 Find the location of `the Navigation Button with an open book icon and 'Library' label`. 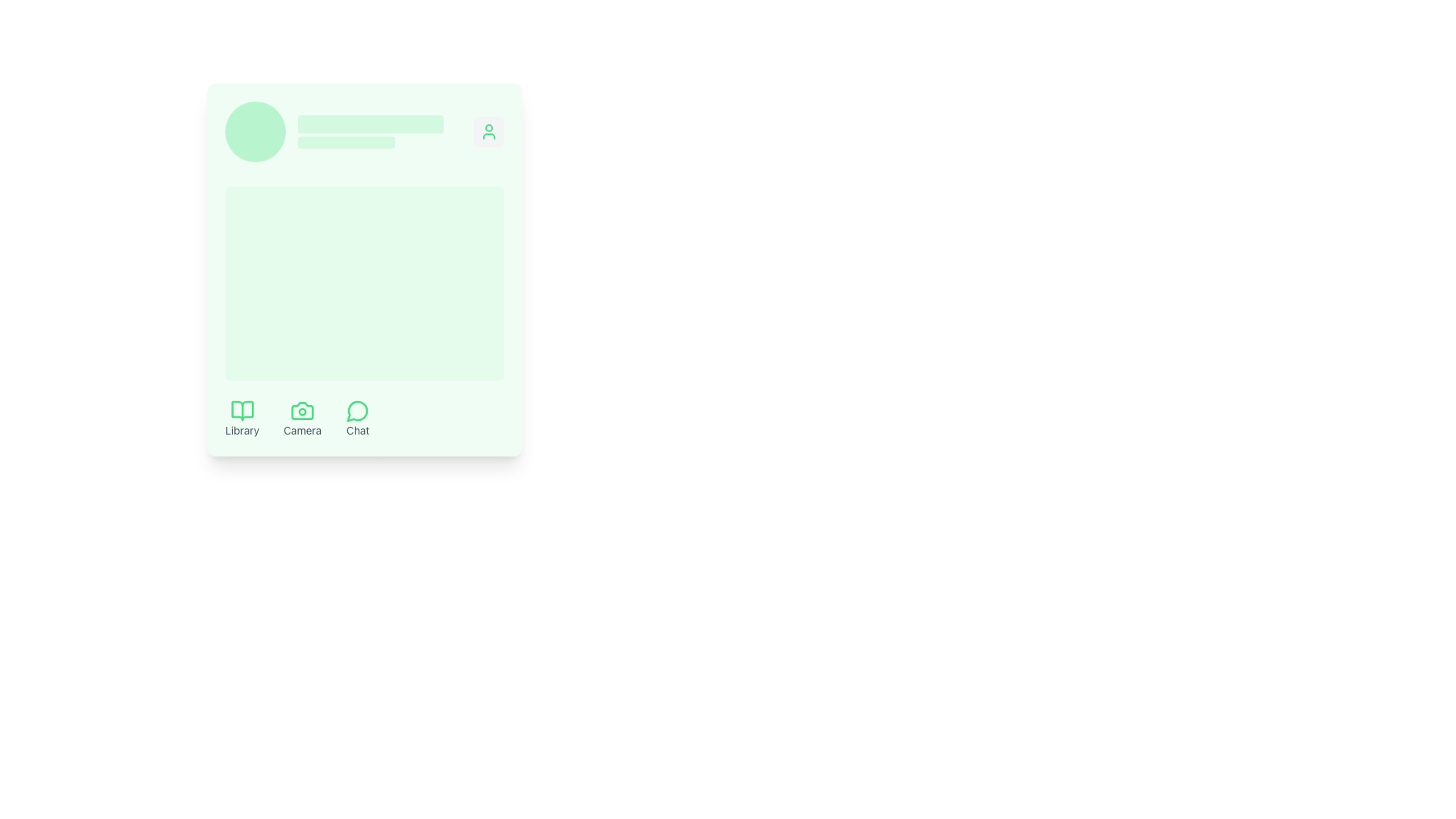

the Navigation Button with an open book icon and 'Library' label is located at coordinates (241, 418).